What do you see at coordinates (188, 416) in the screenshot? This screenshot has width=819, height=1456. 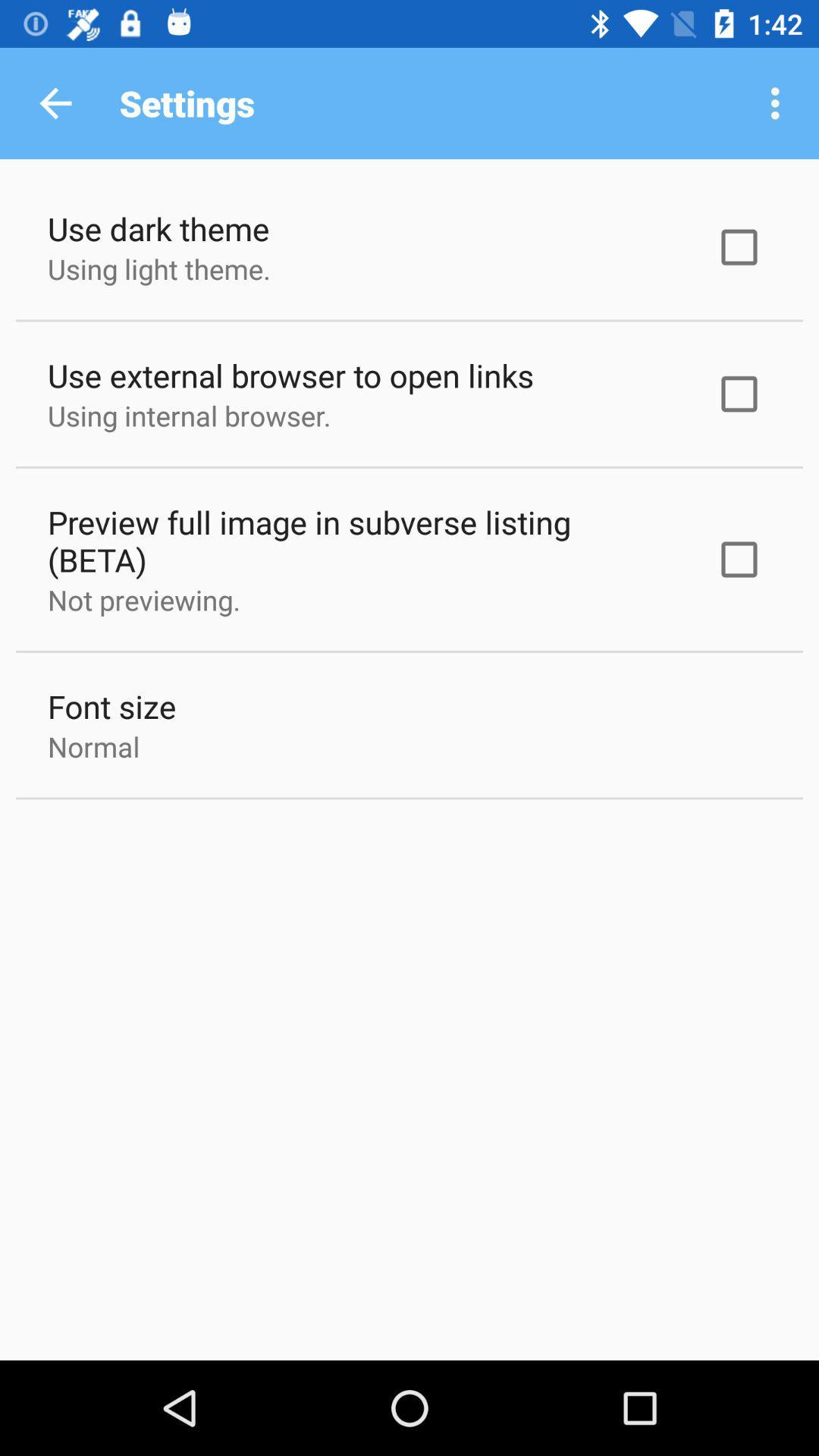 I see `using internal browser. item` at bounding box center [188, 416].